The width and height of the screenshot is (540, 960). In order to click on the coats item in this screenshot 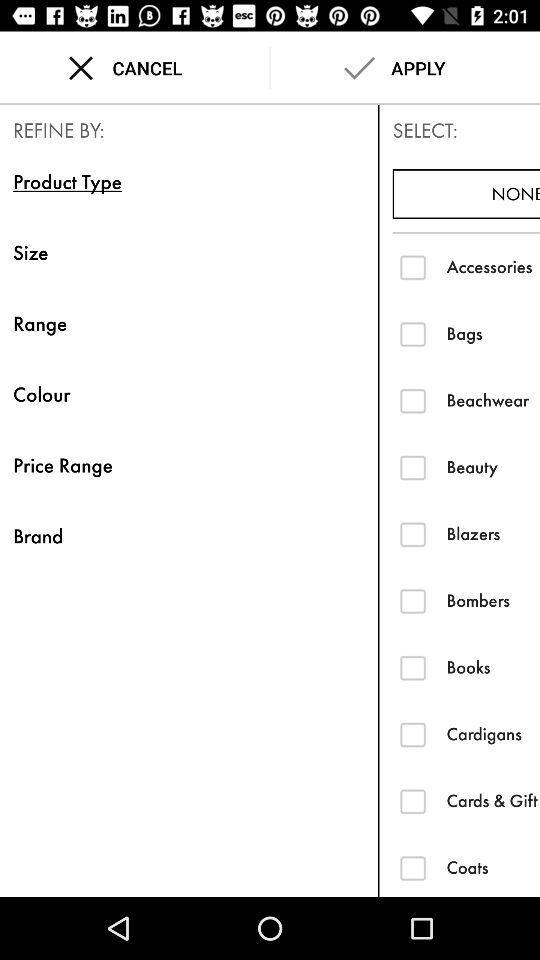, I will do `click(492, 866)`.